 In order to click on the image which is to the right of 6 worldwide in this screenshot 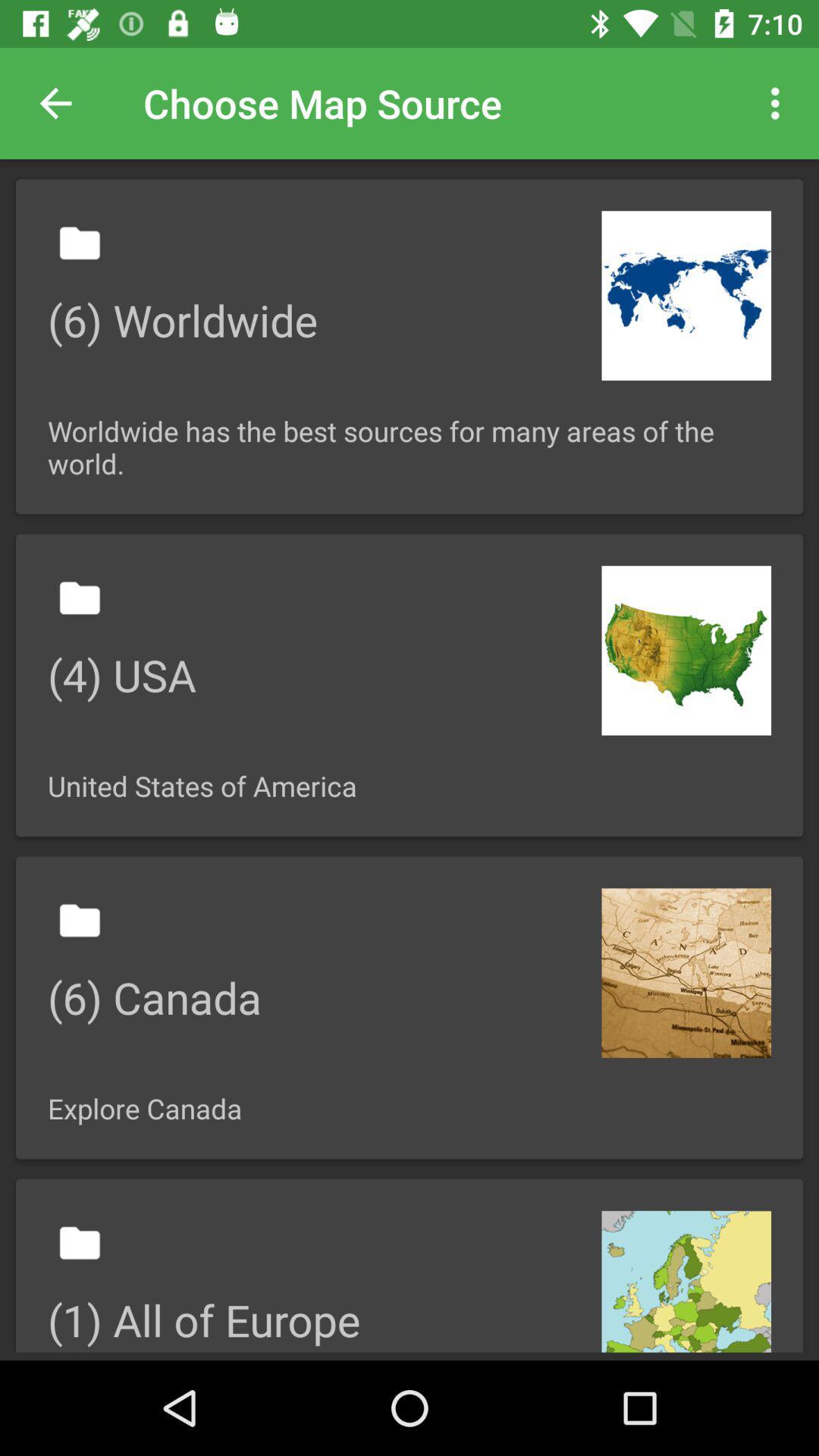, I will do `click(686, 295)`.